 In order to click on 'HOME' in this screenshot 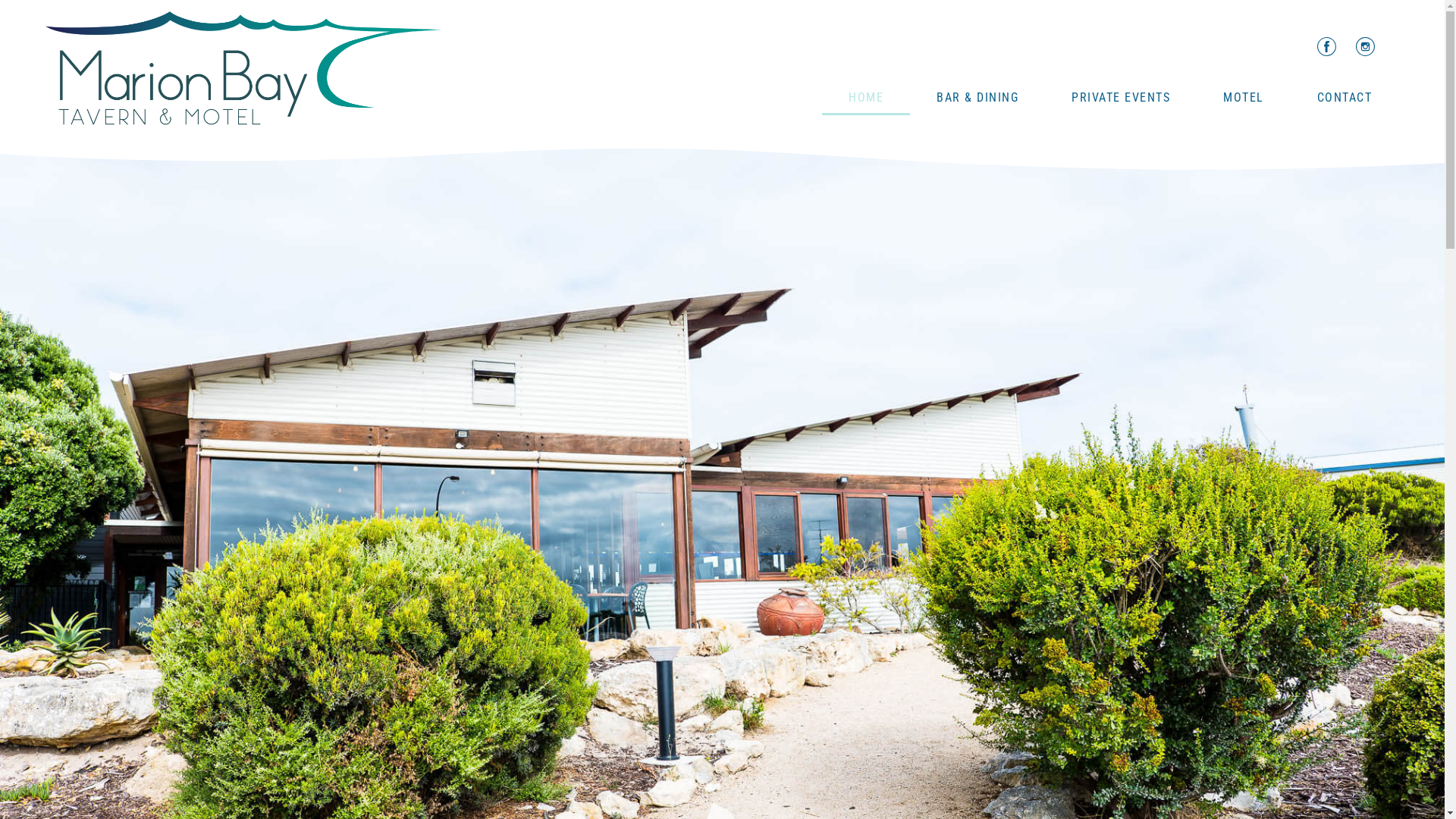, I will do `click(866, 97)`.